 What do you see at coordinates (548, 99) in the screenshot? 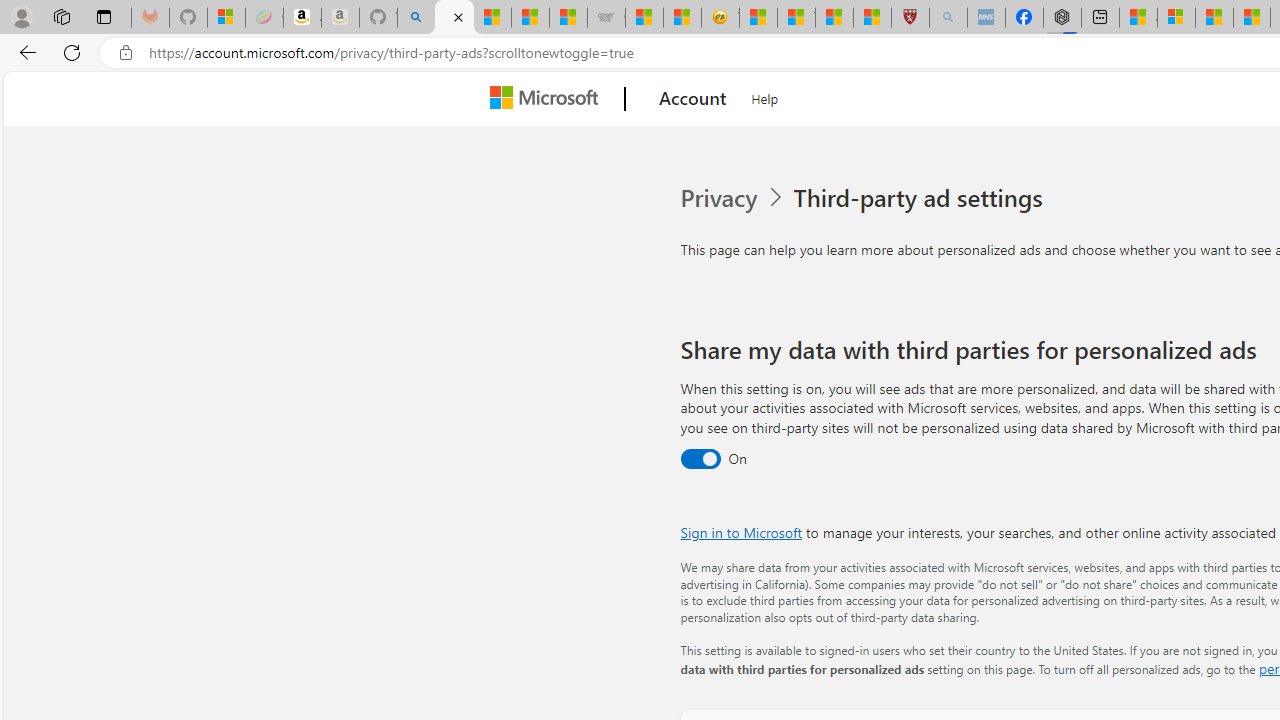
I see `'Microsoft'` at bounding box center [548, 99].